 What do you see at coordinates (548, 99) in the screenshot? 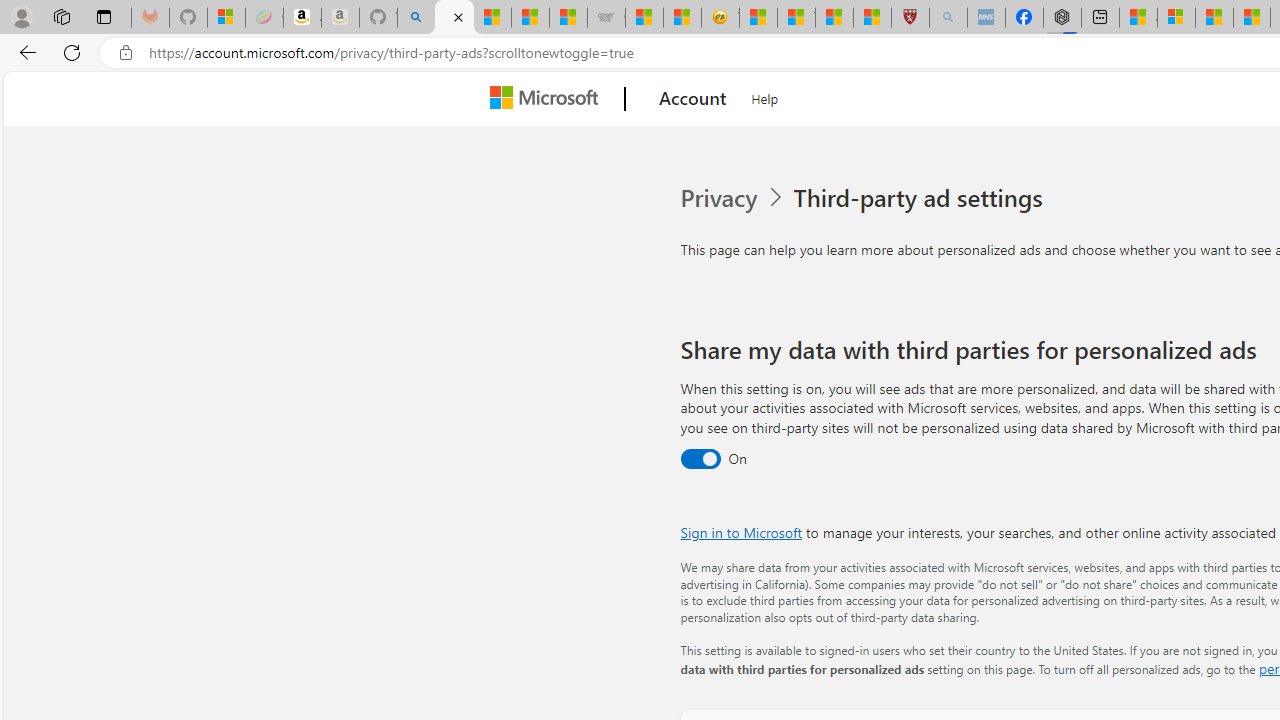
I see `'Microsoft'` at bounding box center [548, 99].